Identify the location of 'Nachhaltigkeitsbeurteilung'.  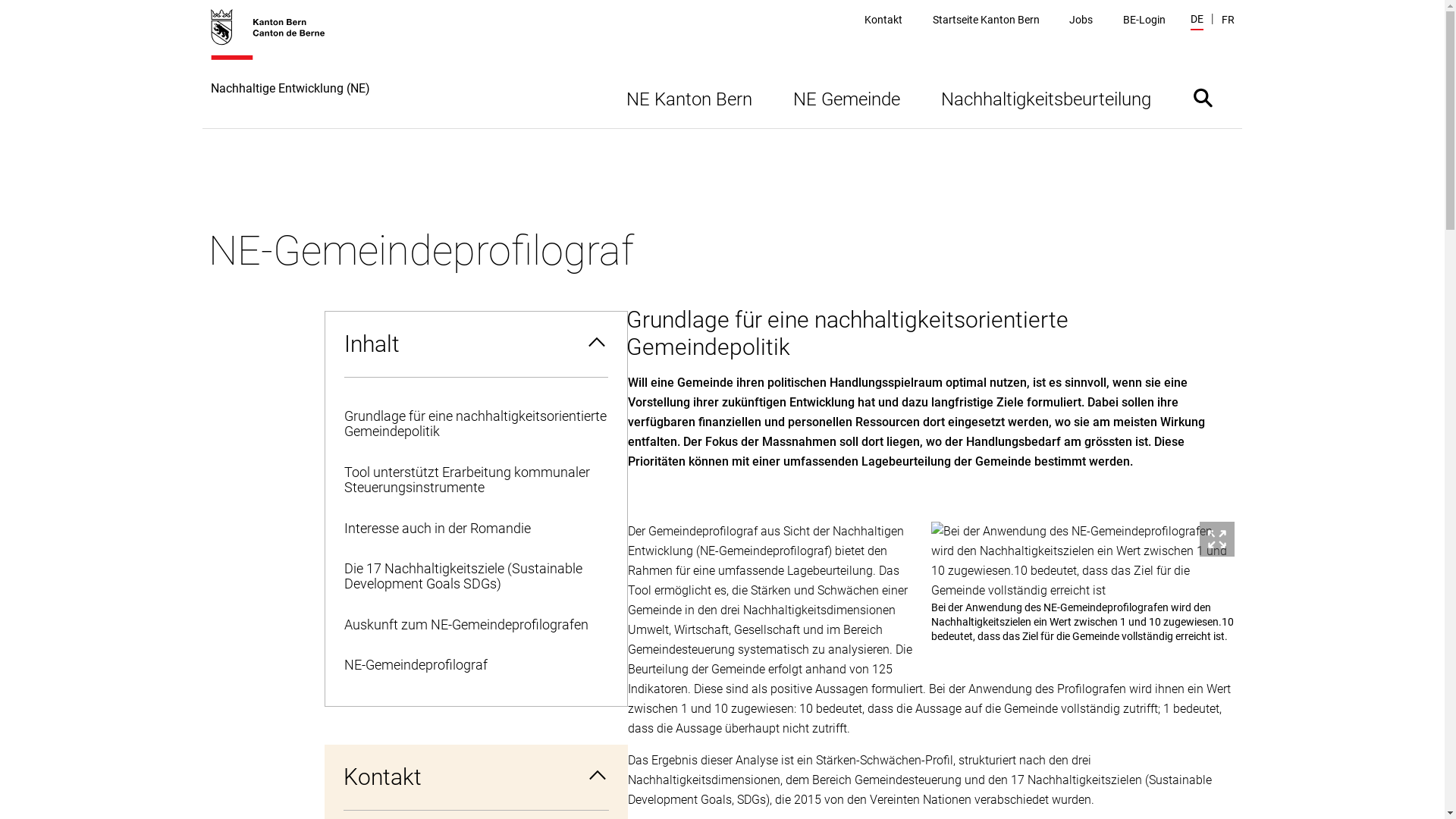
(1045, 97).